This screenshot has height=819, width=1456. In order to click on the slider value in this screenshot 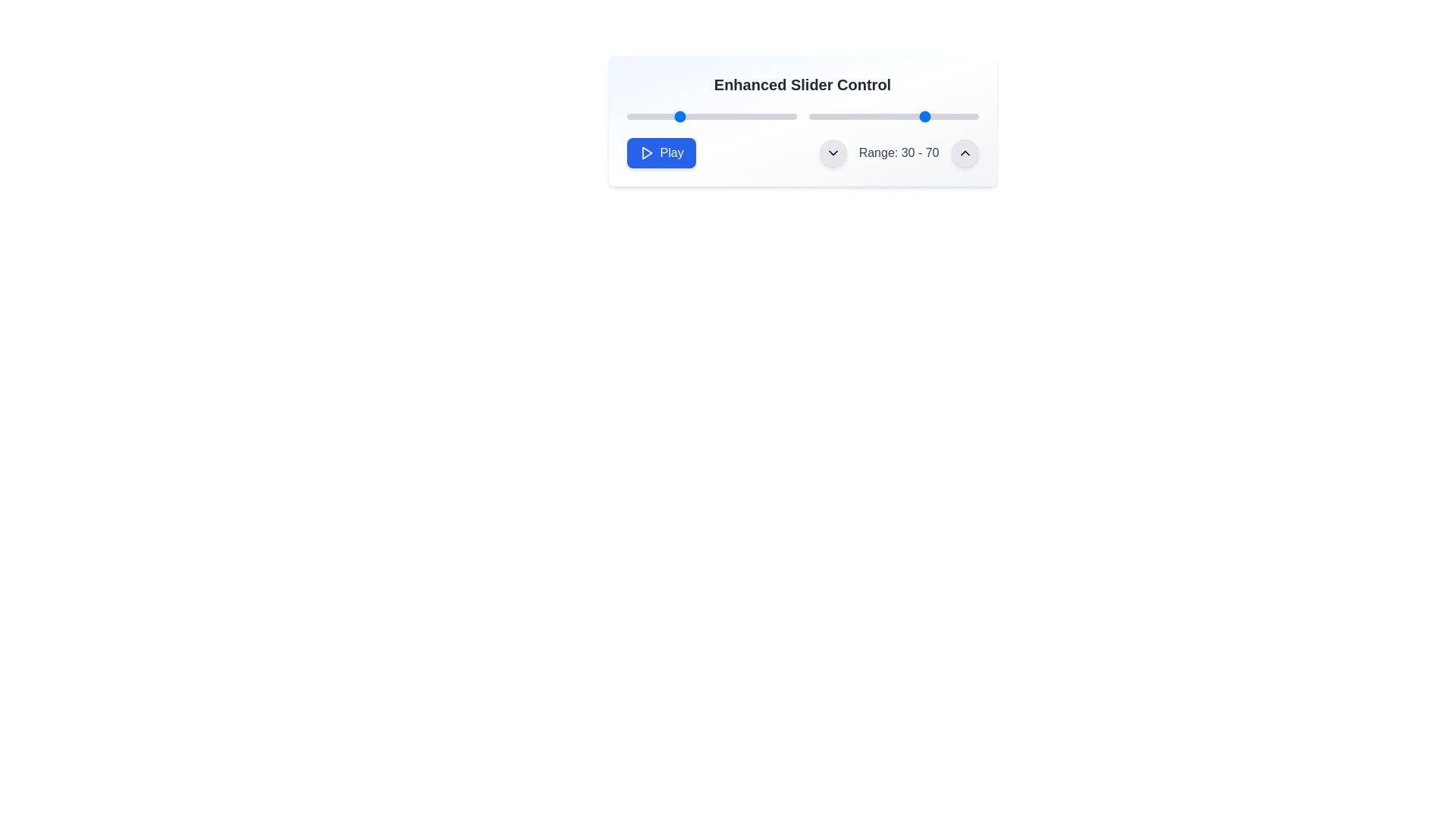, I will do `click(885, 116)`.